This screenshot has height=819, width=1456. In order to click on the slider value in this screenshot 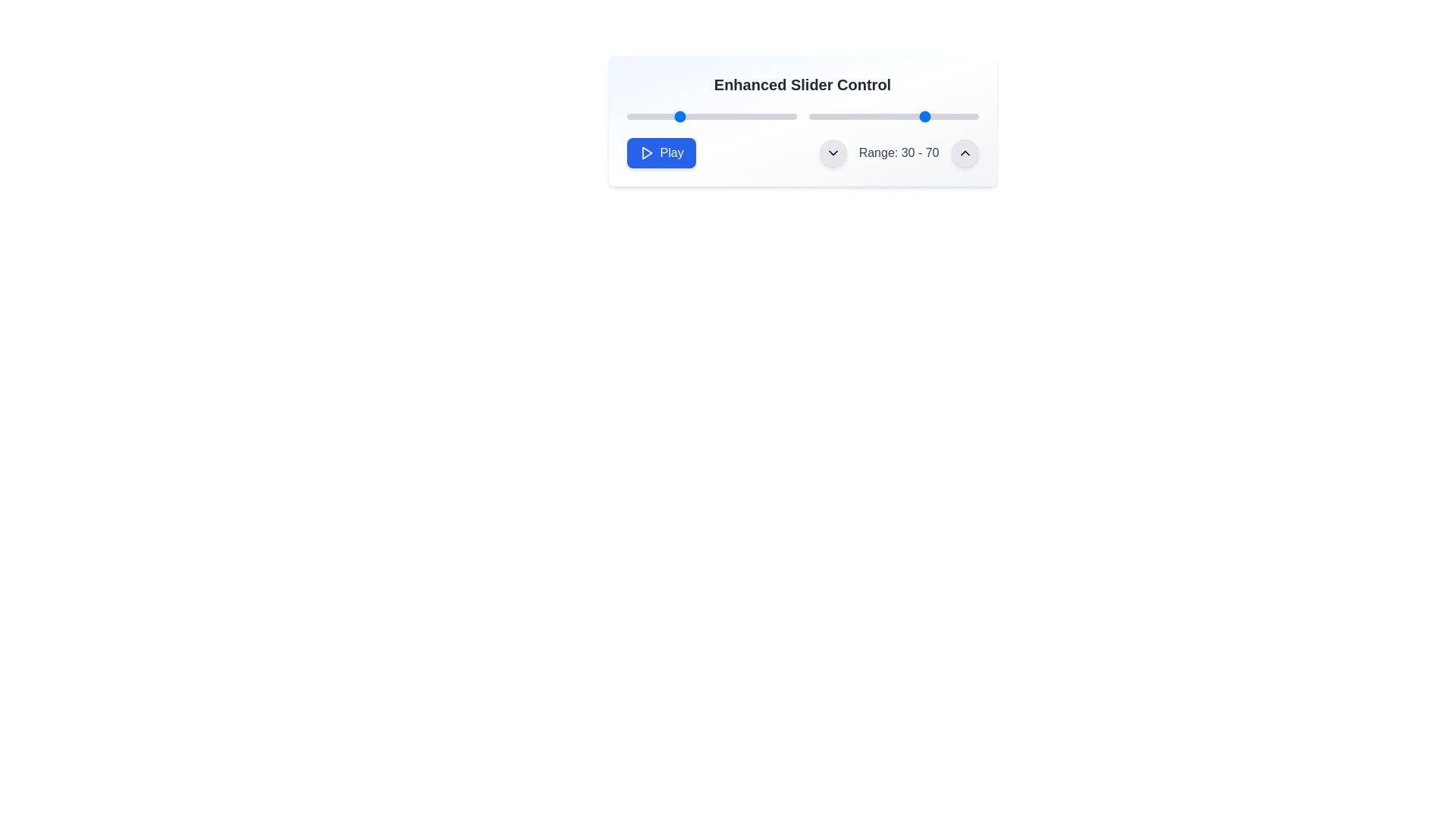, I will do `click(885, 116)`.